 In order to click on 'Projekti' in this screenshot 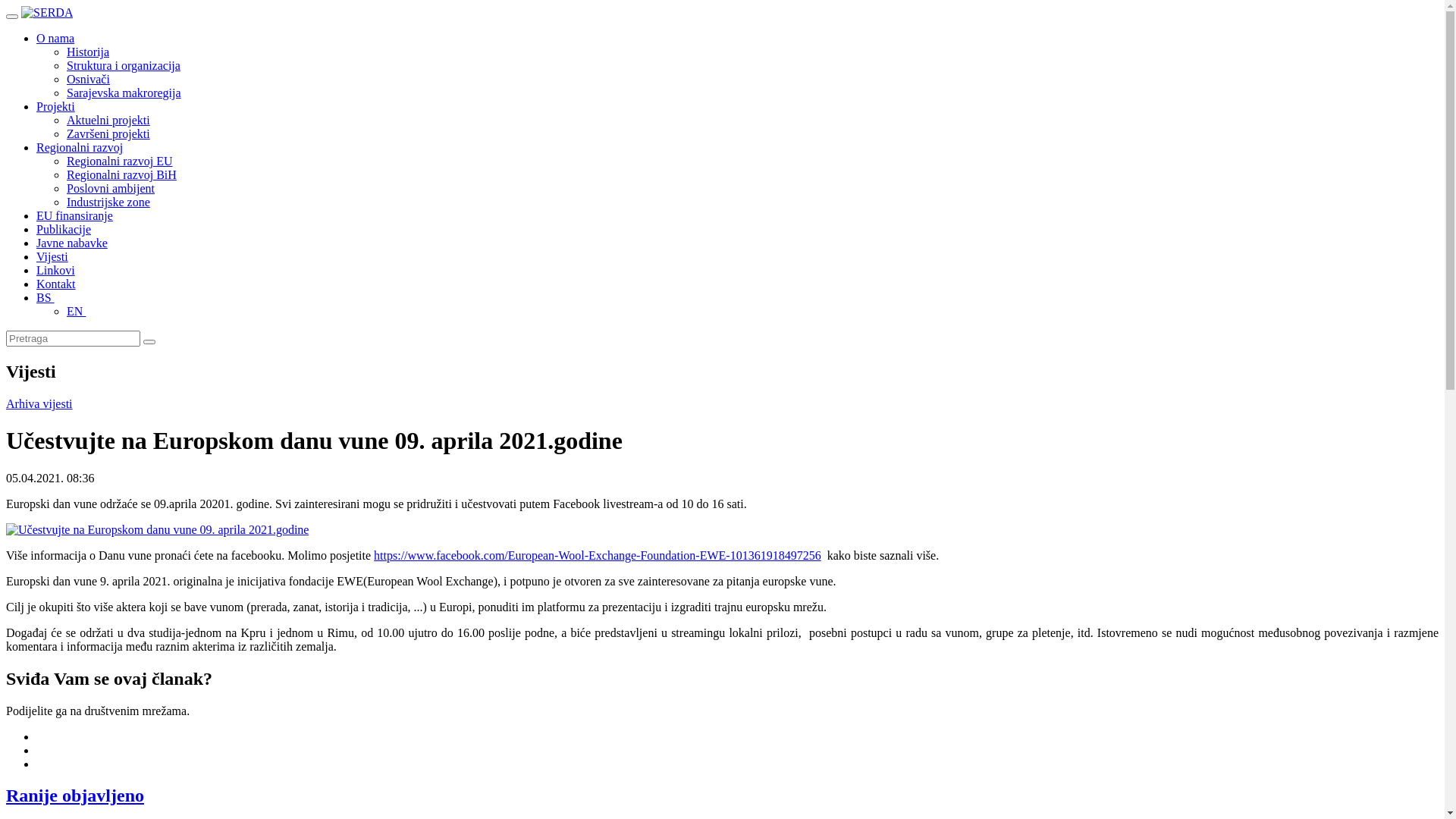, I will do `click(55, 105)`.